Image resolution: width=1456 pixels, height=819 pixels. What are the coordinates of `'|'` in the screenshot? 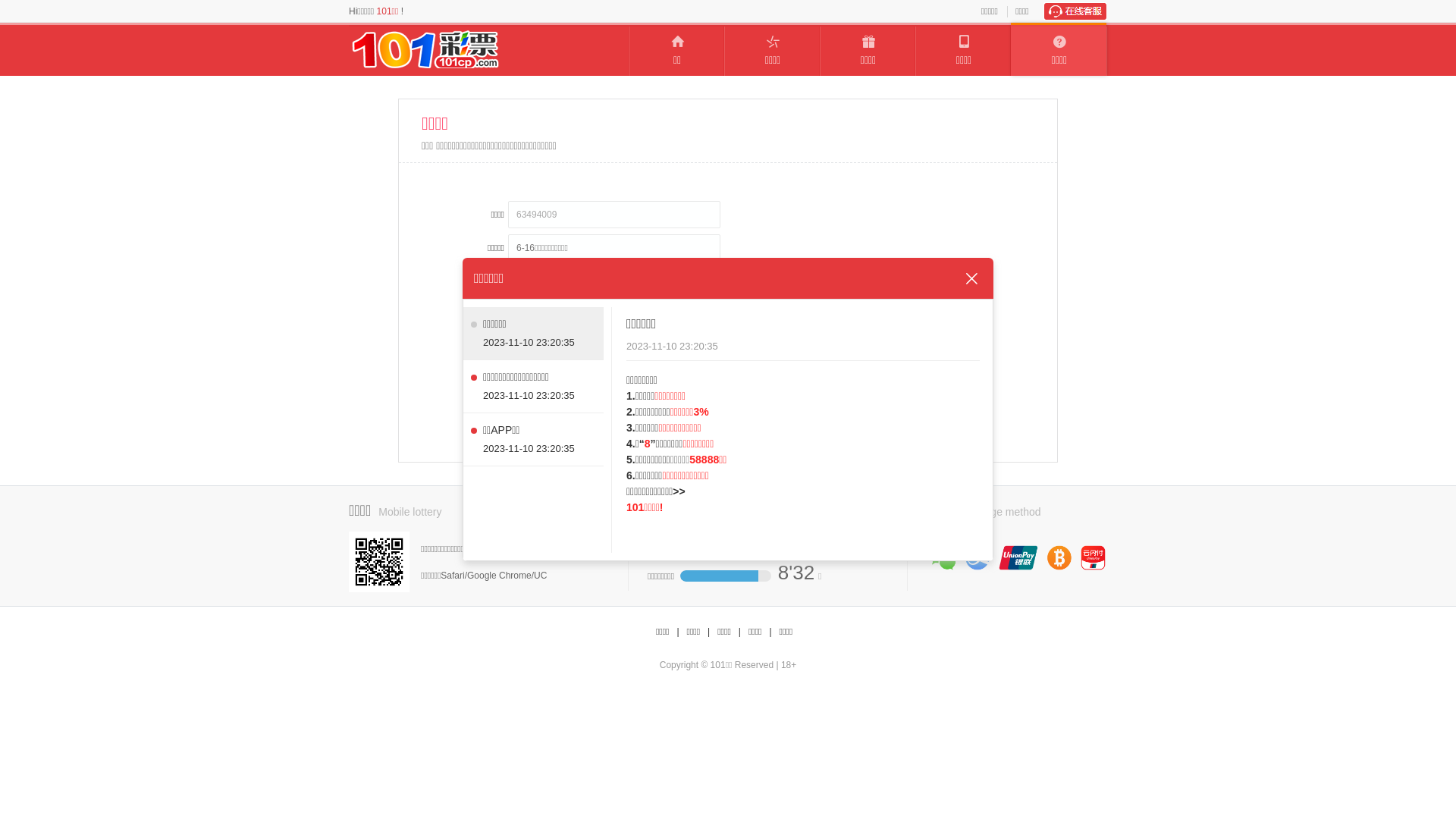 It's located at (676, 632).